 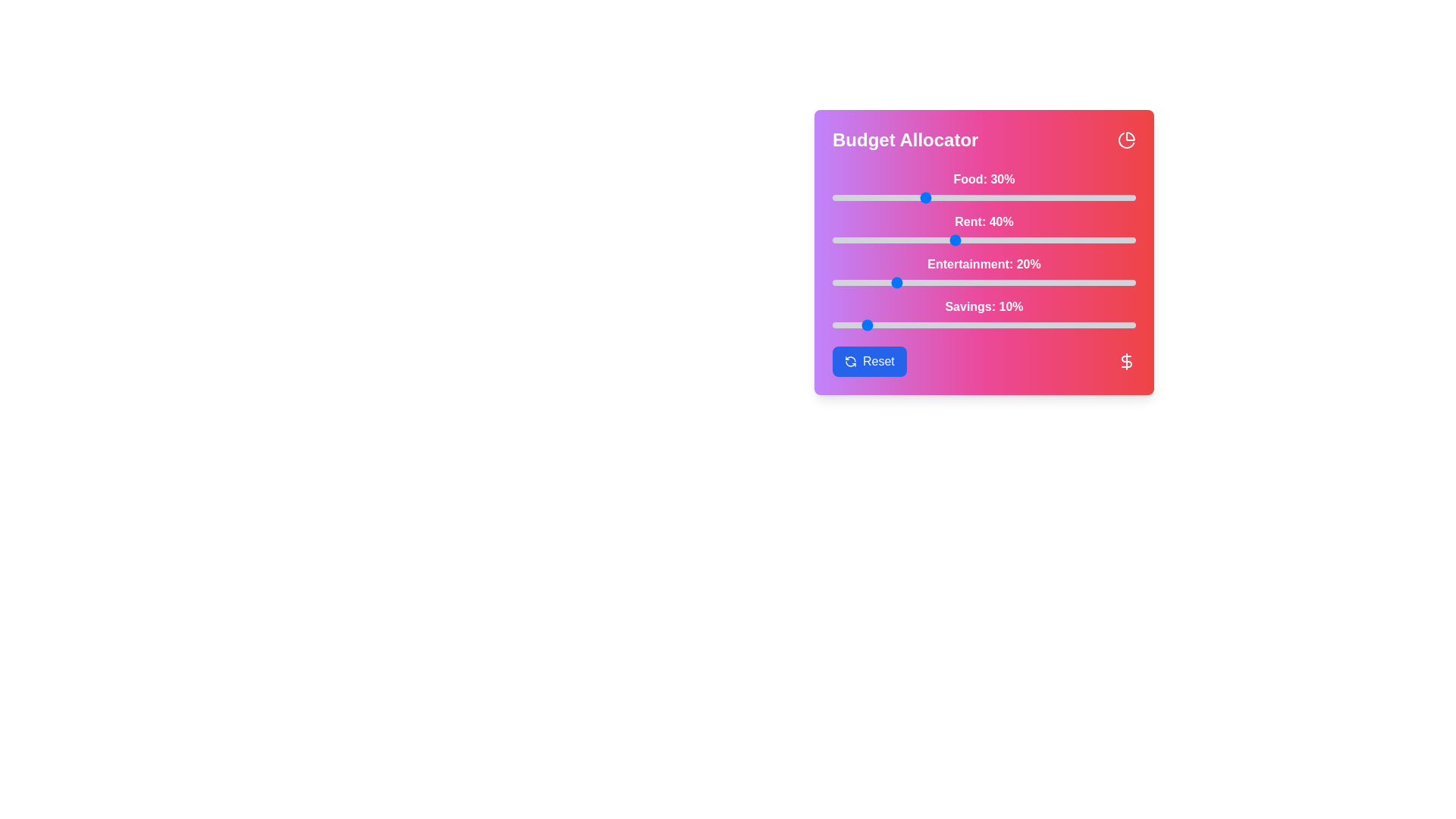 What do you see at coordinates (984, 197) in the screenshot?
I see `the horizontal slider located below the label 'Food: 30%' in the budget allocation interface` at bounding box center [984, 197].